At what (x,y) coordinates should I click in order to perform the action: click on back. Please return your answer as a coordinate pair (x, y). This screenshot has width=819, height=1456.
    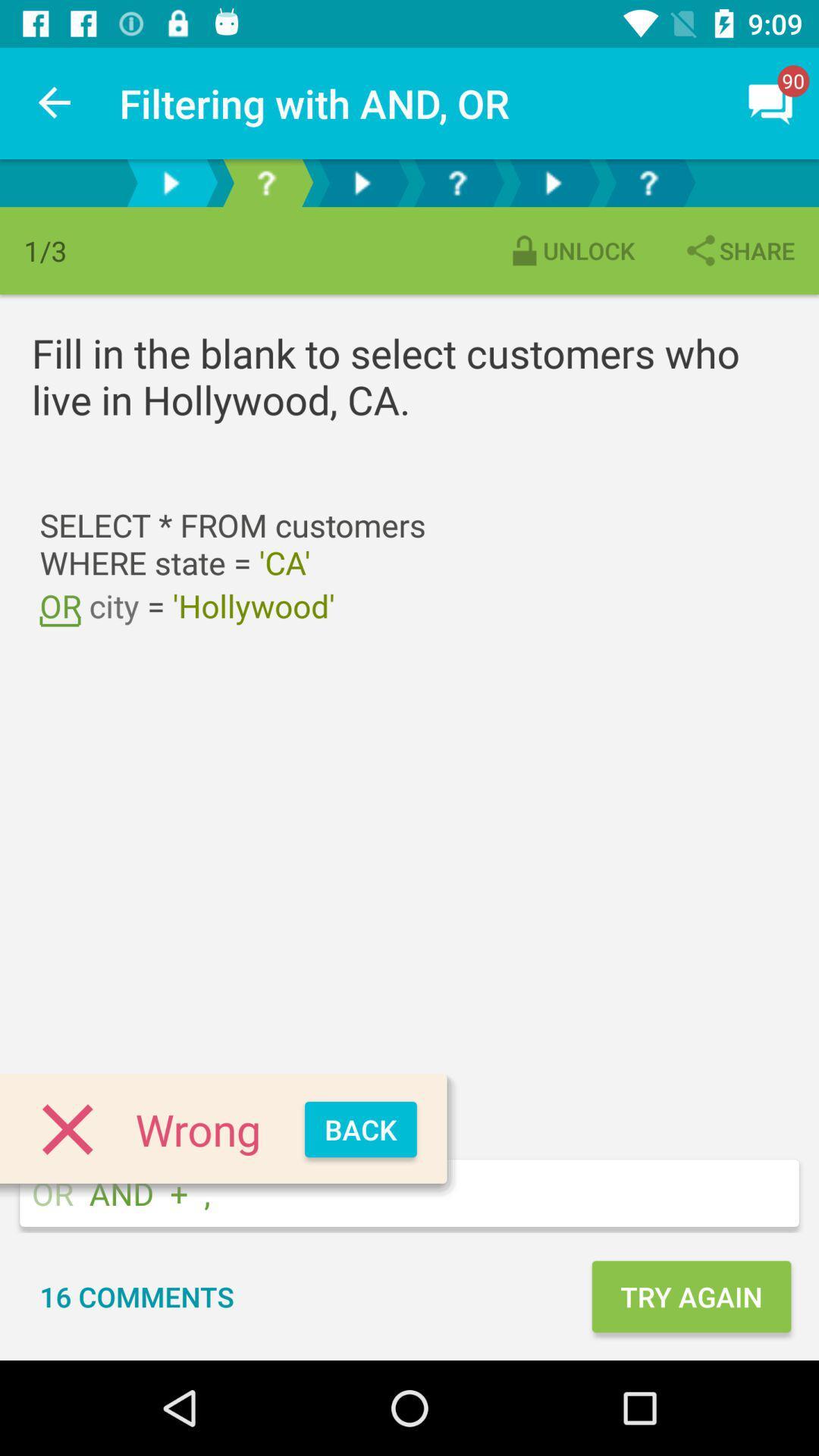
    Looking at the image, I should click on (360, 1129).